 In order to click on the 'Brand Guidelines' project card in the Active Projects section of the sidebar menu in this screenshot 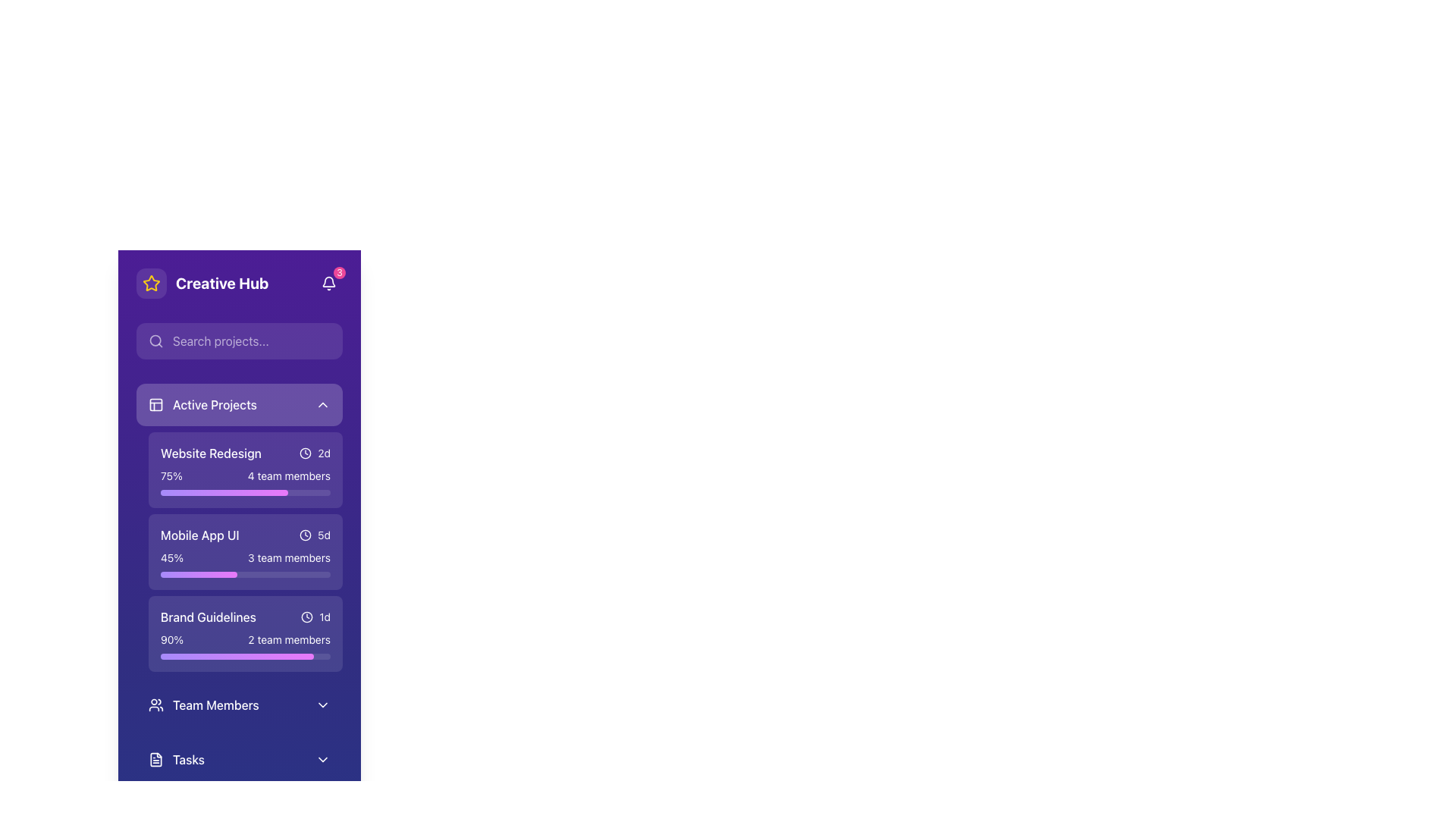, I will do `click(246, 617)`.